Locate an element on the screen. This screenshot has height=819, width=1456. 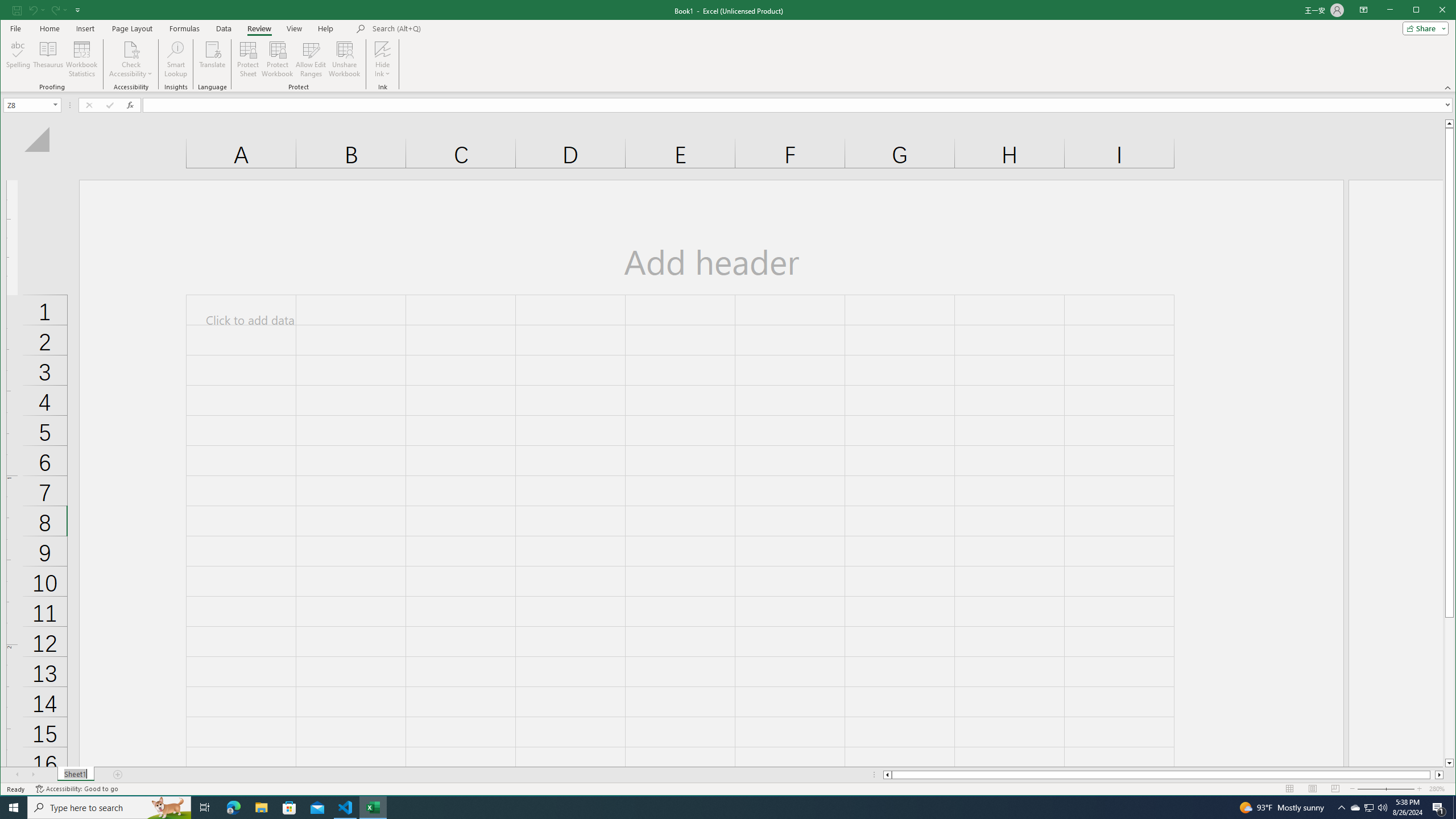
'Type here to search' is located at coordinates (109, 806).